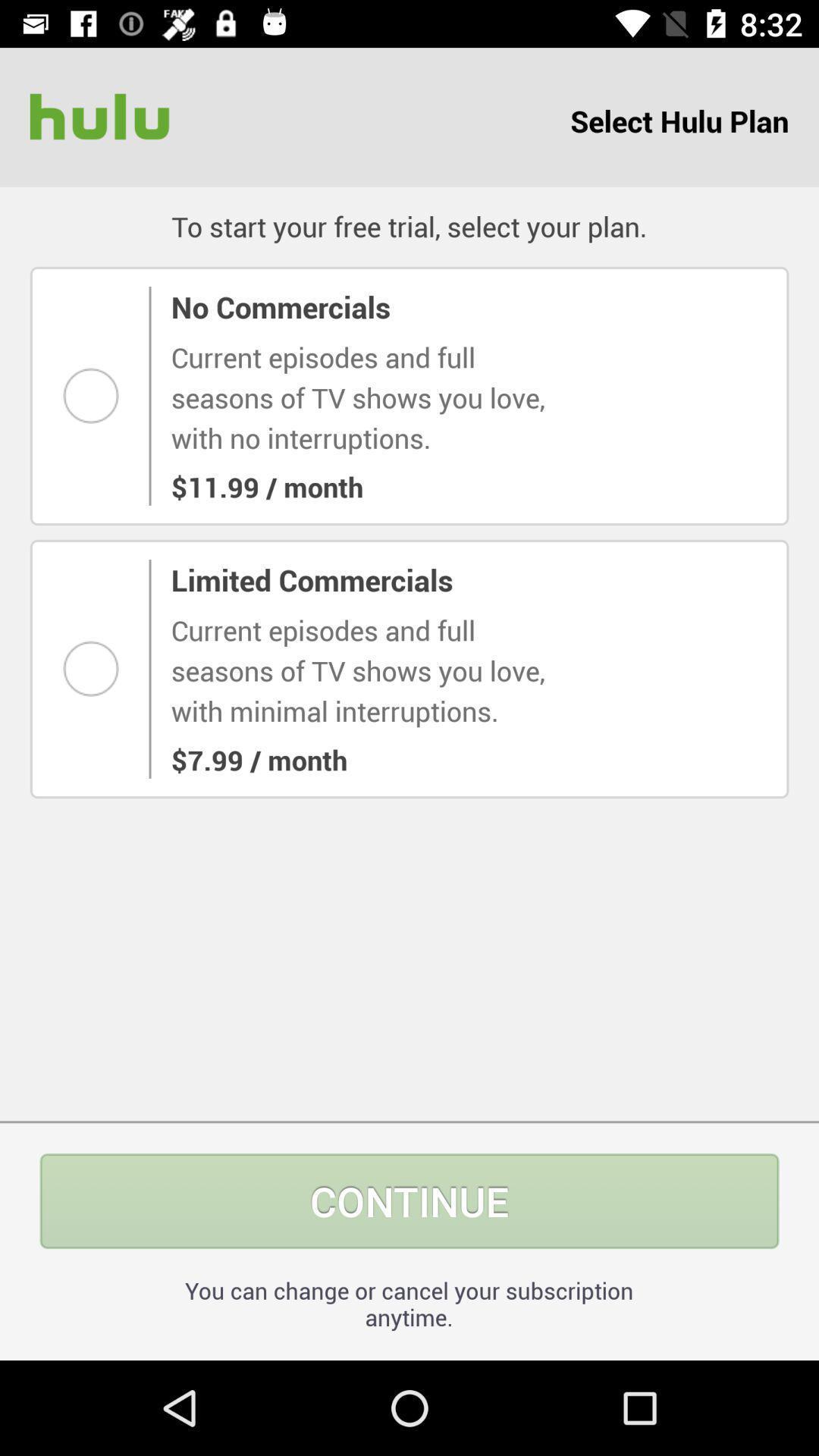  I want to click on option selection radio button, so click(96, 396).